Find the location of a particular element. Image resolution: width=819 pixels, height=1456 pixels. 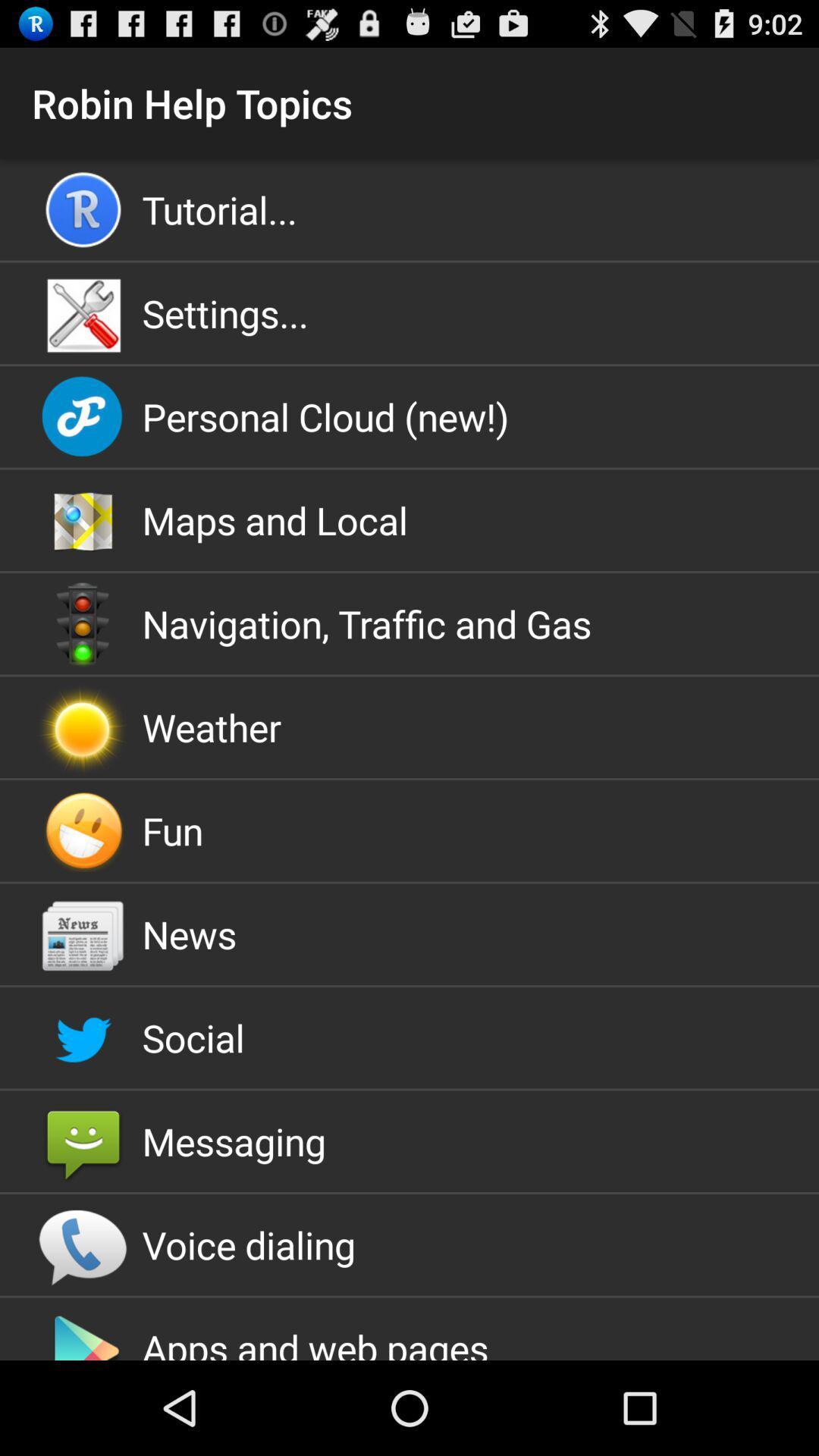

the item above  settings... is located at coordinates (409, 209).